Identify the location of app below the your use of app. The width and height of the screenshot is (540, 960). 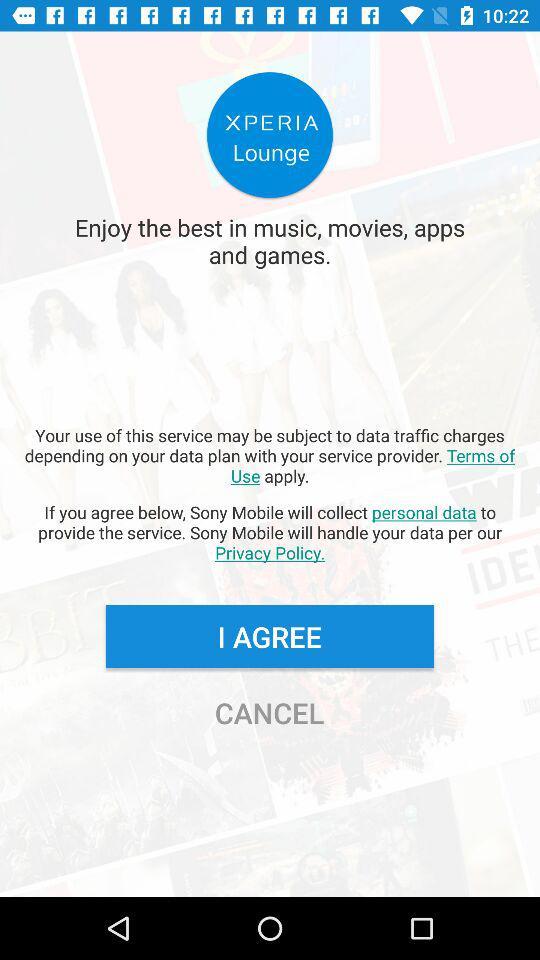
(270, 531).